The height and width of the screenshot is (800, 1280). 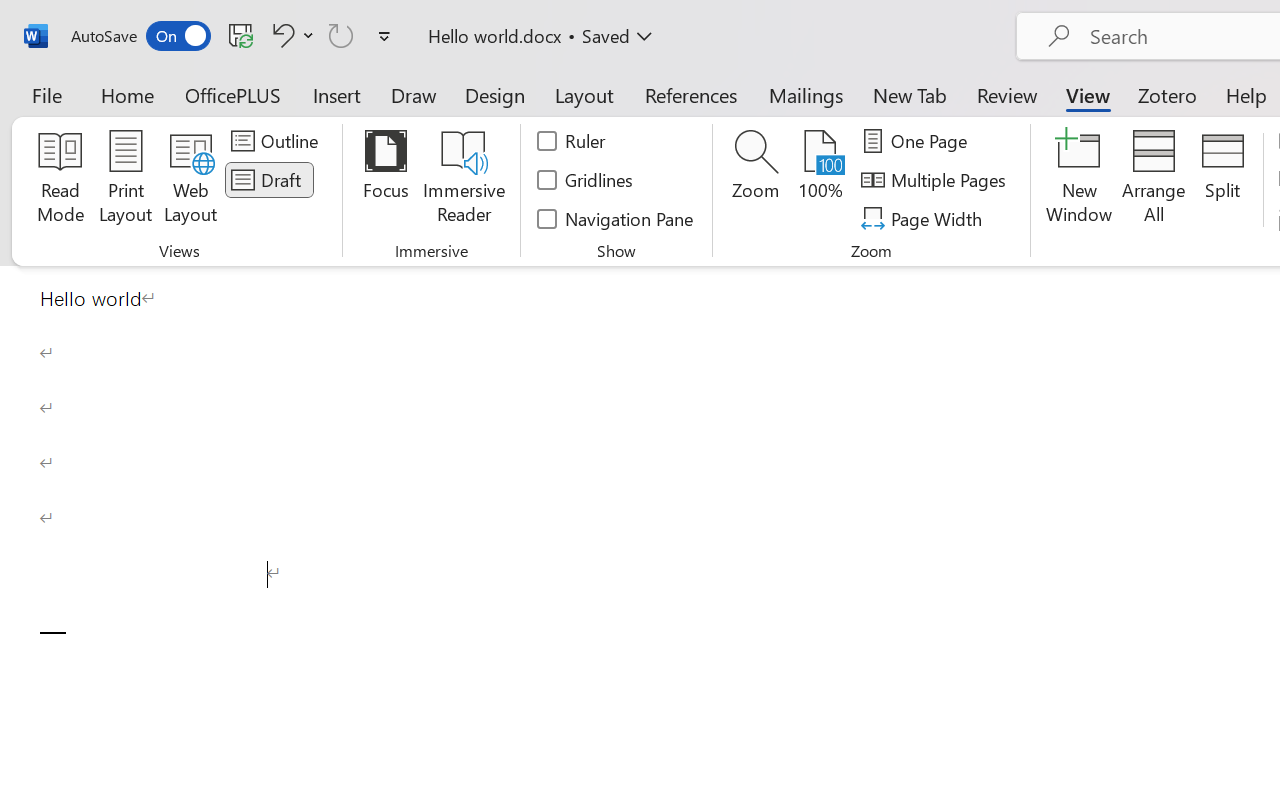 I want to click on 'New Tab', so click(x=909, y=94).